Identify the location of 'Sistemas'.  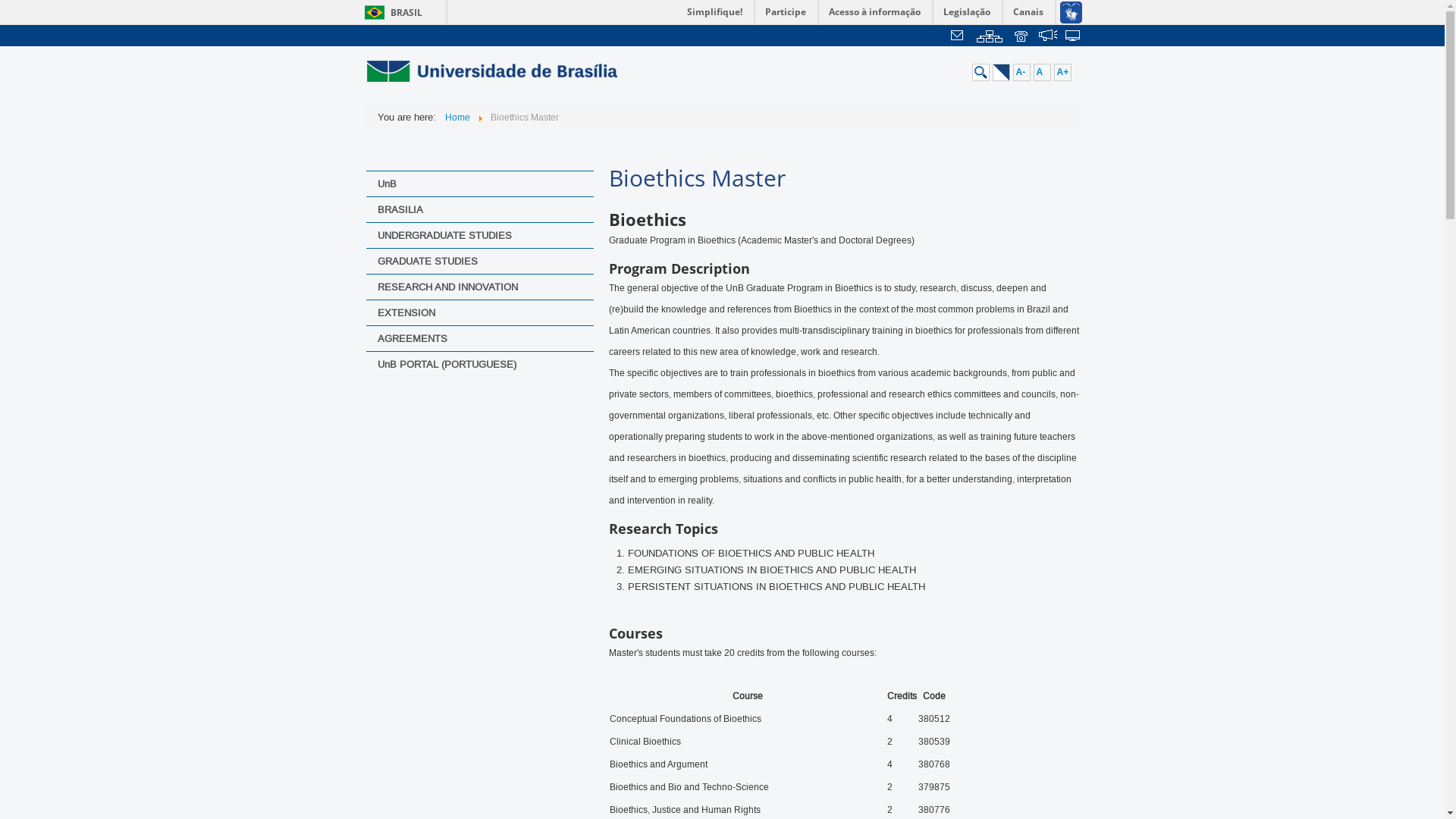
(1073, 36).